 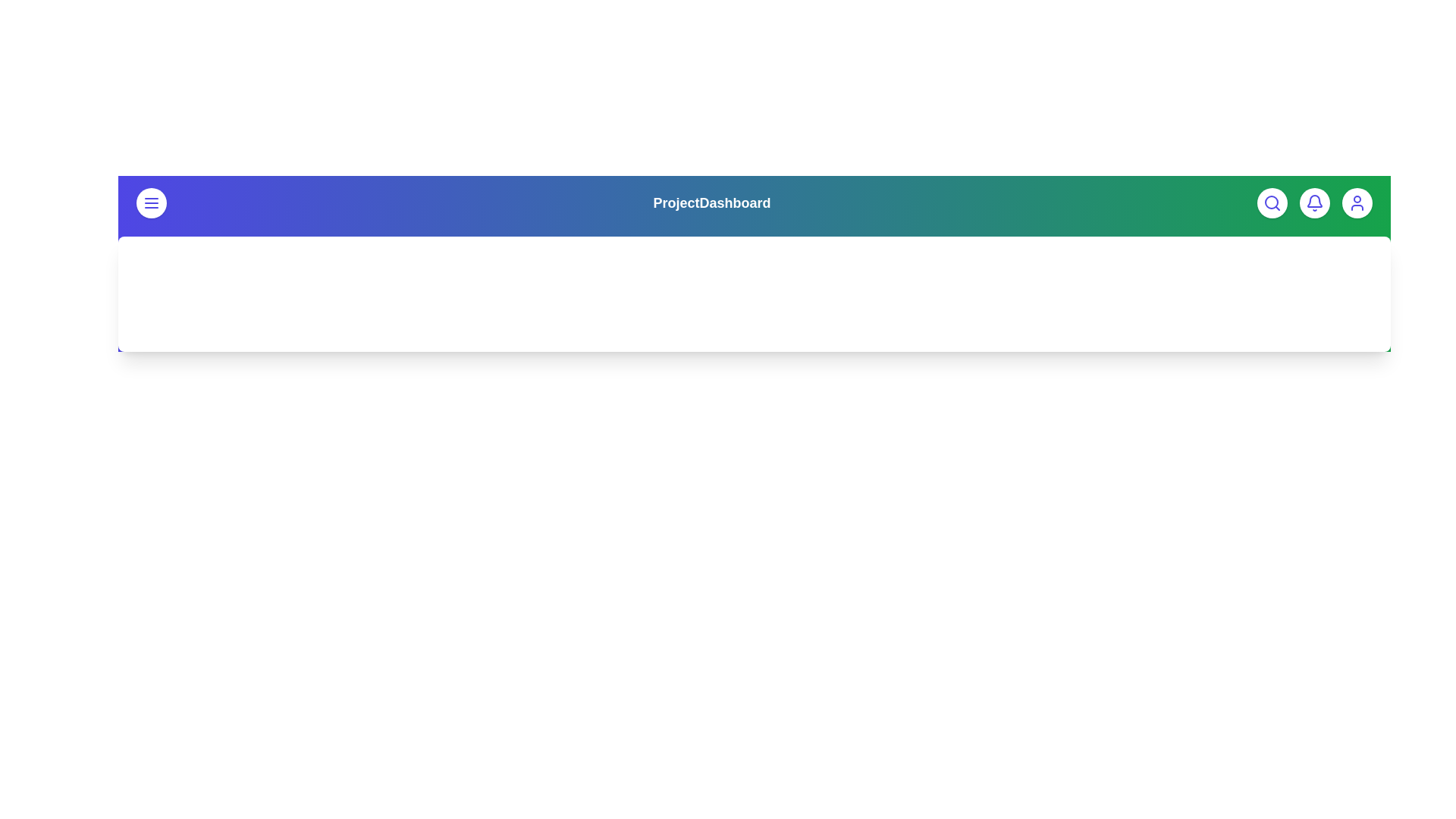 What do you see at coordinates (1357, 202) in the screenshot?
I see `the user icon to access profile options` at bounding box center [1357, 202].